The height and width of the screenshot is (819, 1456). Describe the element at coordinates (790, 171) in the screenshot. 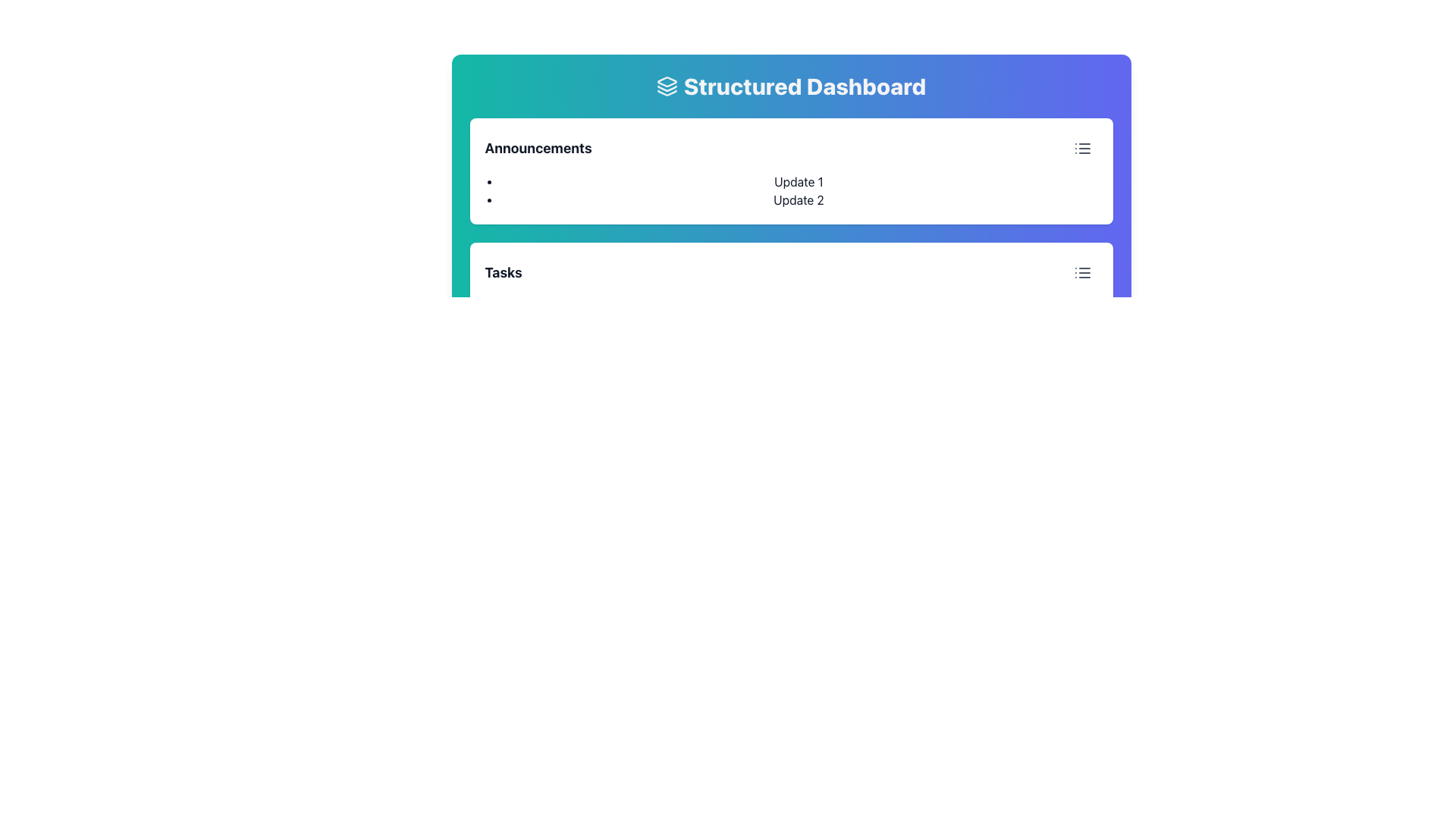

I see `the updates in the 'Announcements' informational panel, which contains a list of updates labeled 'Update 1' and 'Update 2'` at that location.